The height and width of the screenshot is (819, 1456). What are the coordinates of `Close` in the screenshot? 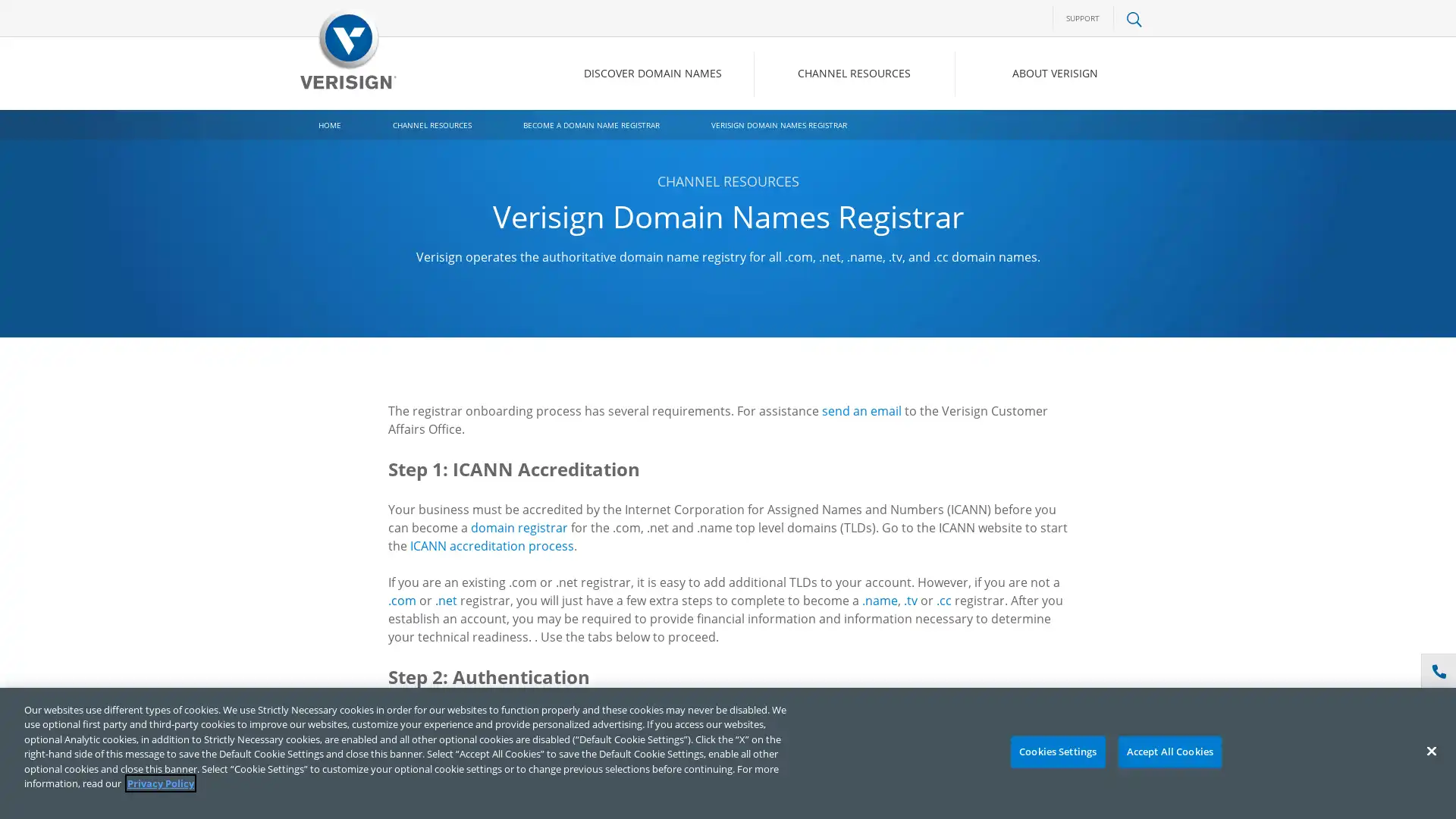 It's located at (1430, 751).